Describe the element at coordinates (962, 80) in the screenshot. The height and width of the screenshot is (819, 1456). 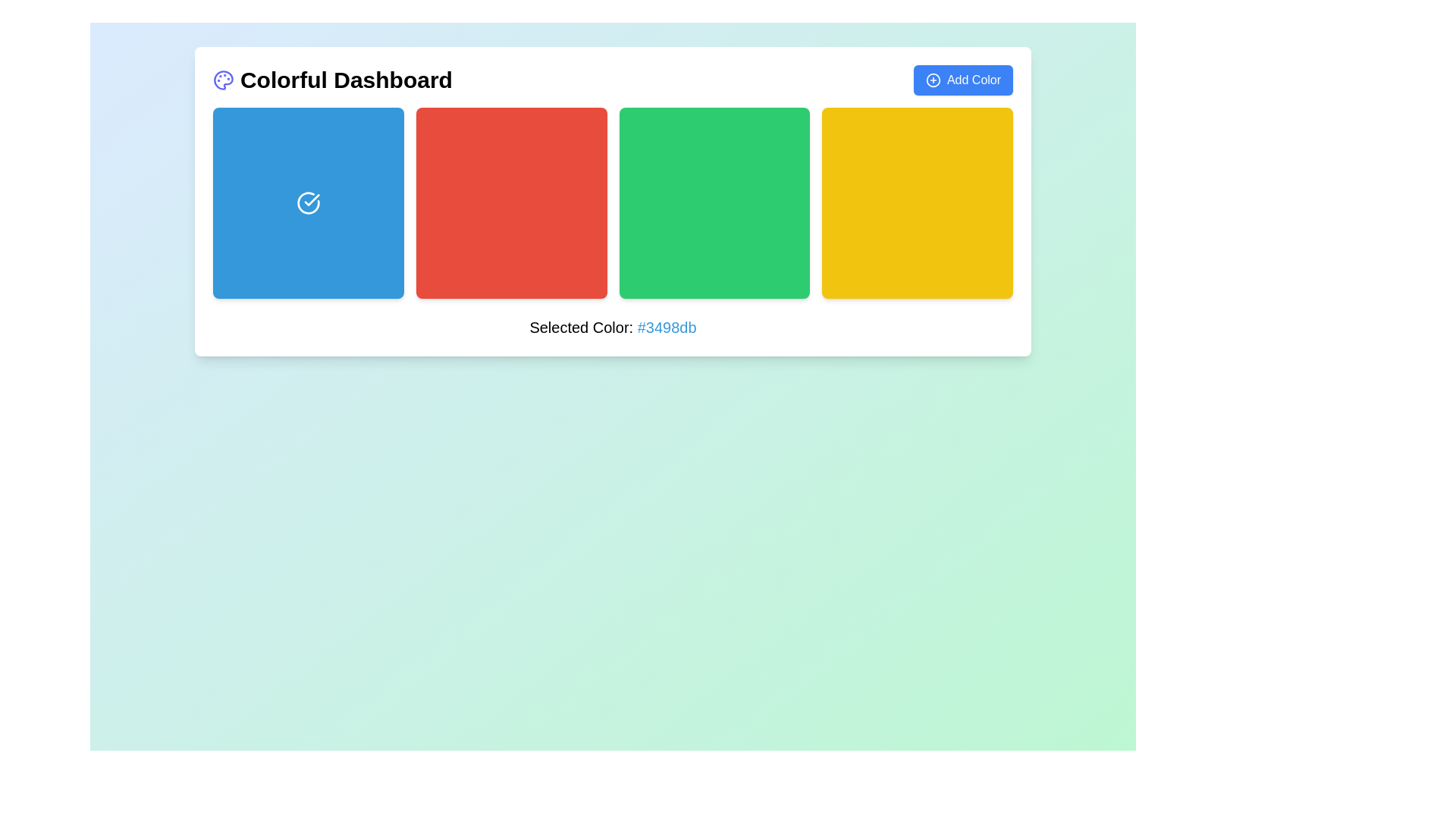
I see `the 'Add Color' button, which is a rectangular button with rounded corners, blue background, white text, and an icon of a circle with a plus sign, located in the header section titled 'Colorful Dashboard'` at that location.